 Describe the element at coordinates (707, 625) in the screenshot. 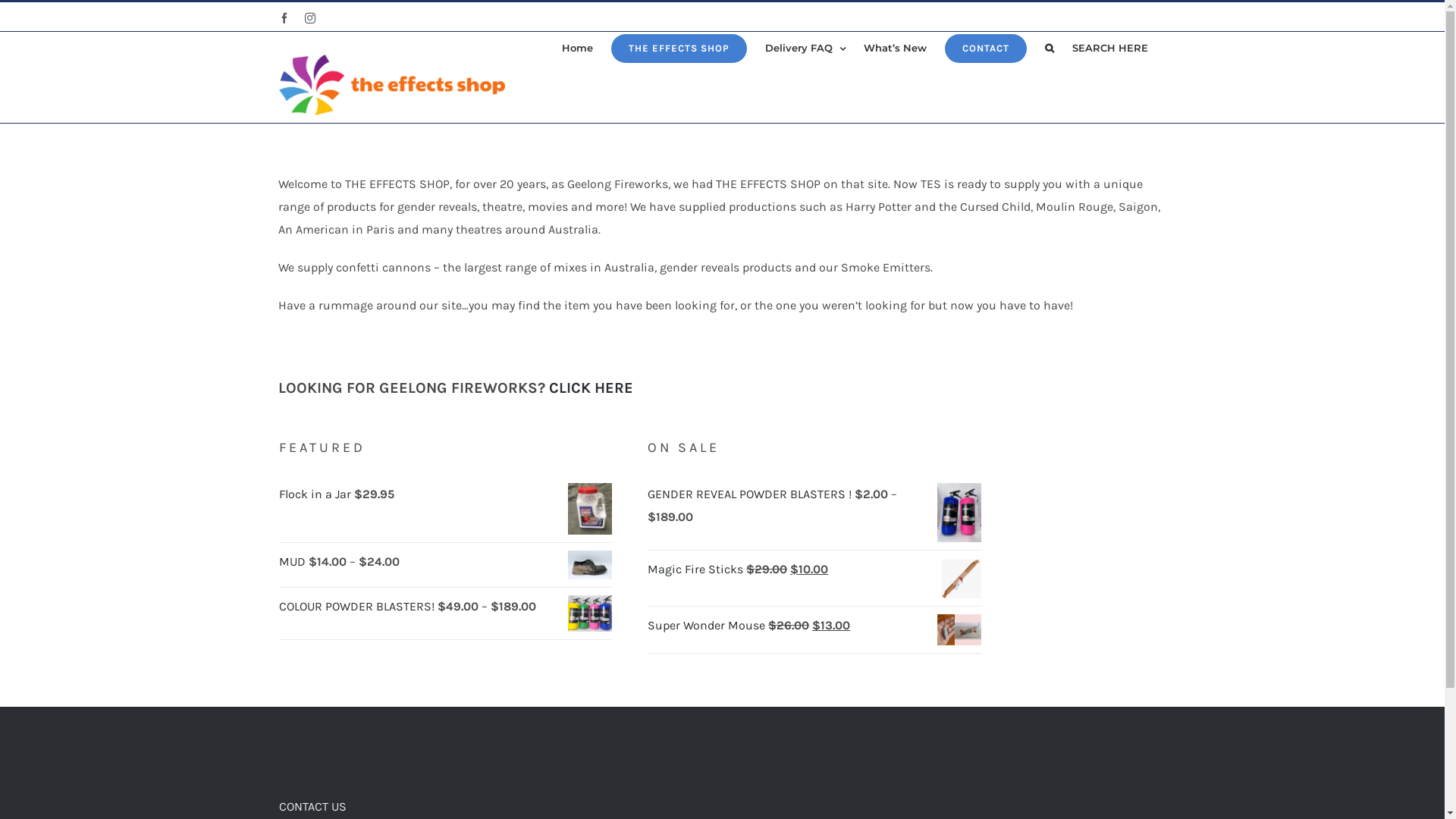

I see `'Super Wonder Mouse'` at that location.